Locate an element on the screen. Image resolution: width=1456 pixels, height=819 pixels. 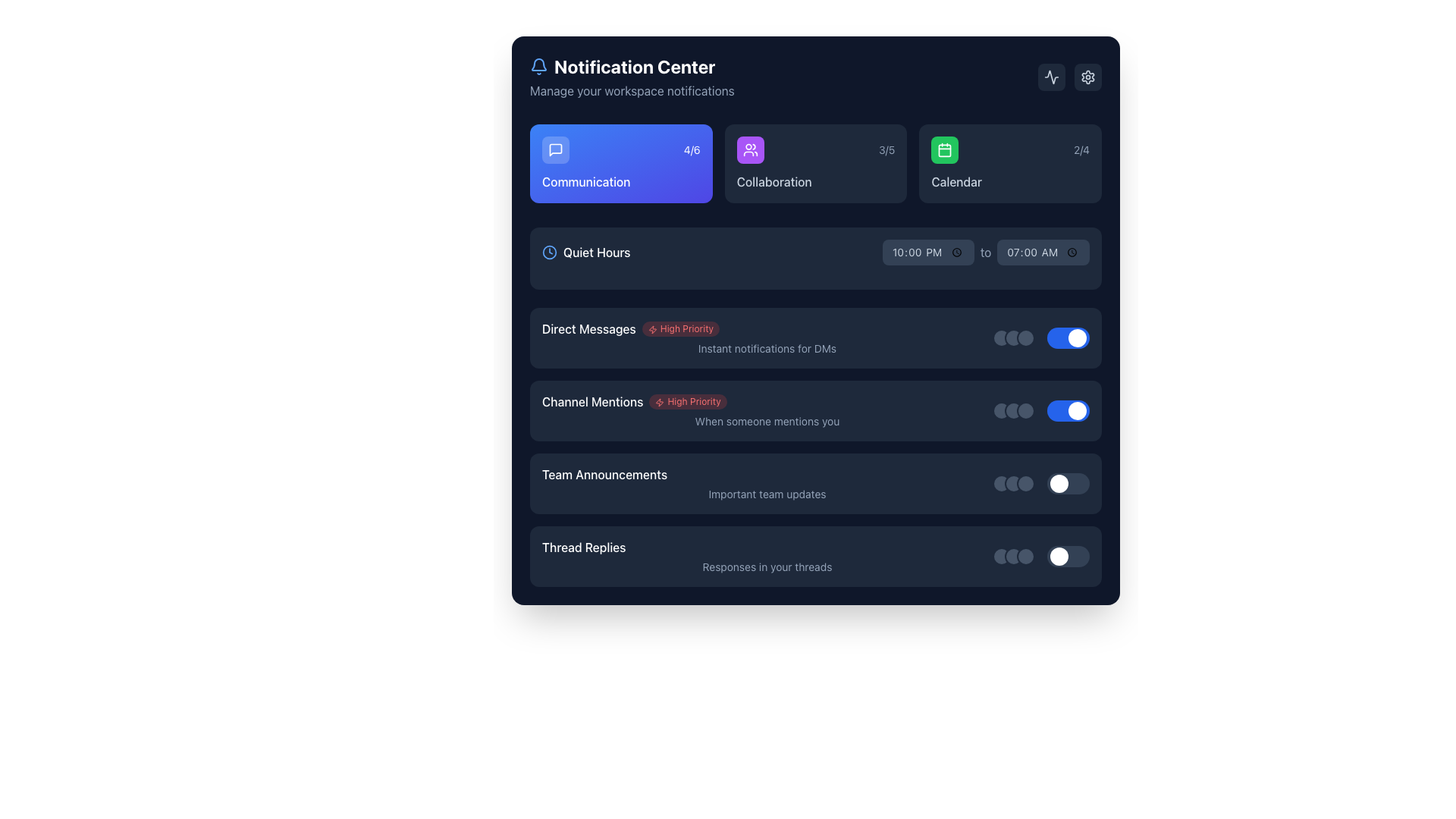
the middle circle of three identical circles grouped horizontally near the bottom of the central panel is located at coordinates (1014, 556).